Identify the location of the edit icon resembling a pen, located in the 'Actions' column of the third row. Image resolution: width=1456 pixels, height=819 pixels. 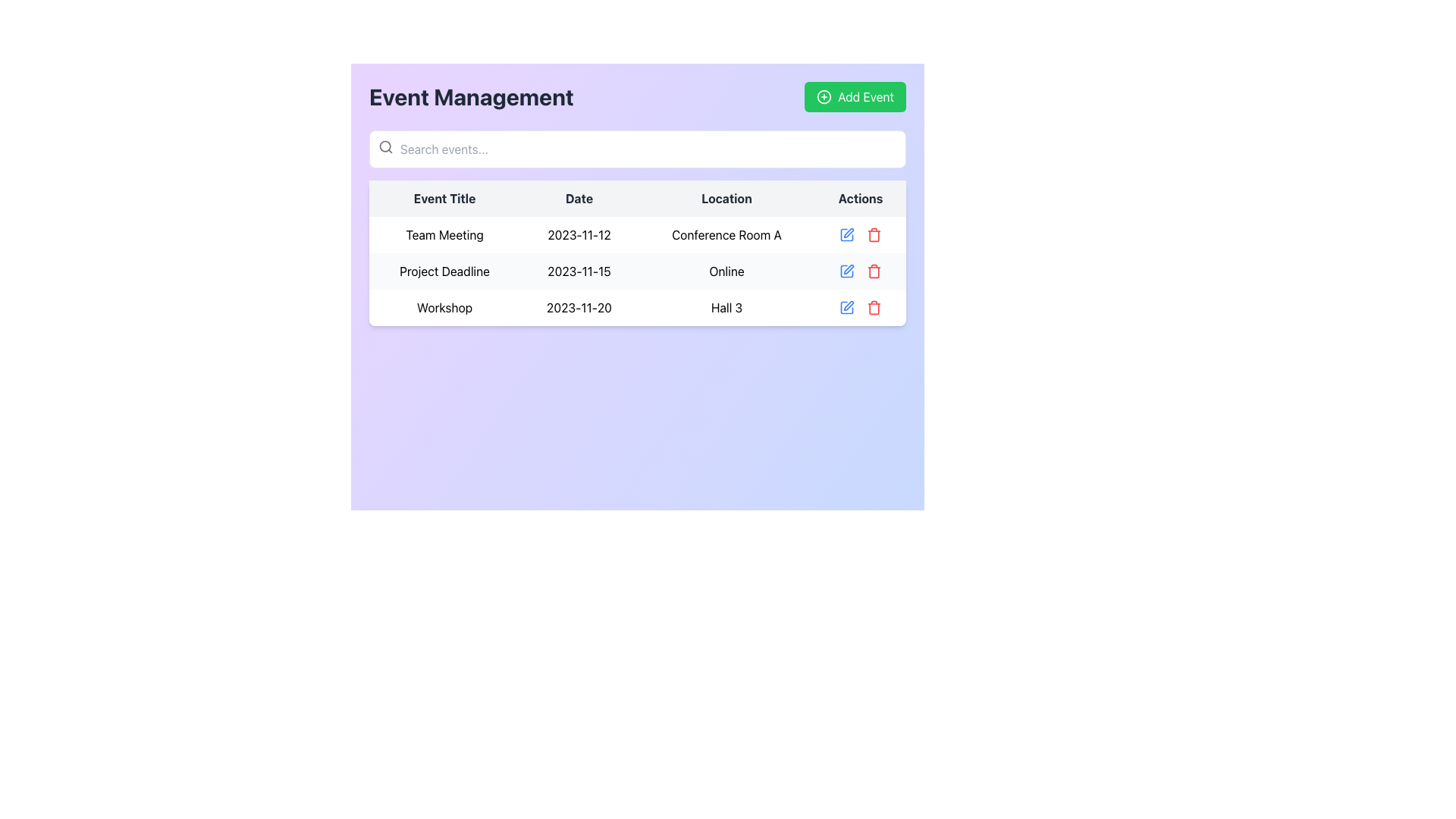
(847, 305).